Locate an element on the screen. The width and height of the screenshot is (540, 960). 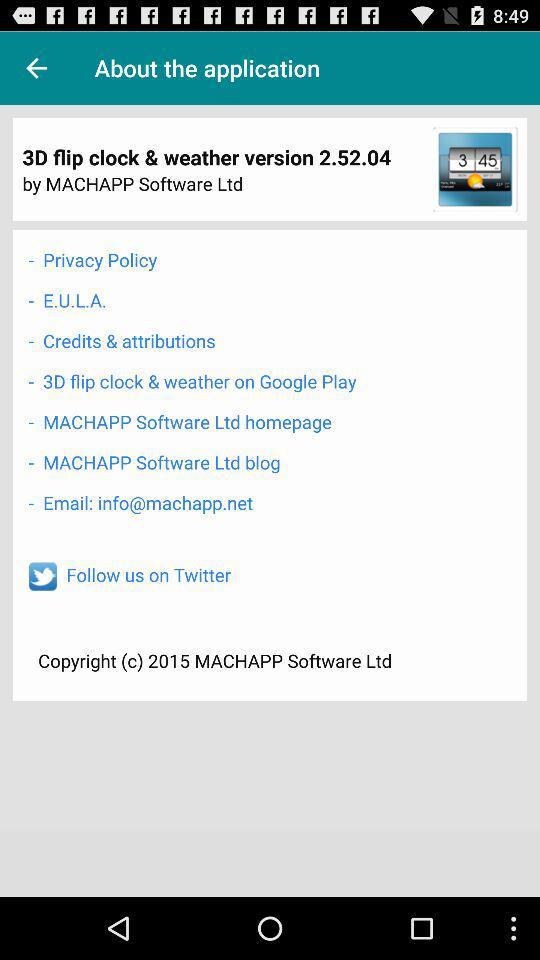
go back is located at coordinates (36, 68).